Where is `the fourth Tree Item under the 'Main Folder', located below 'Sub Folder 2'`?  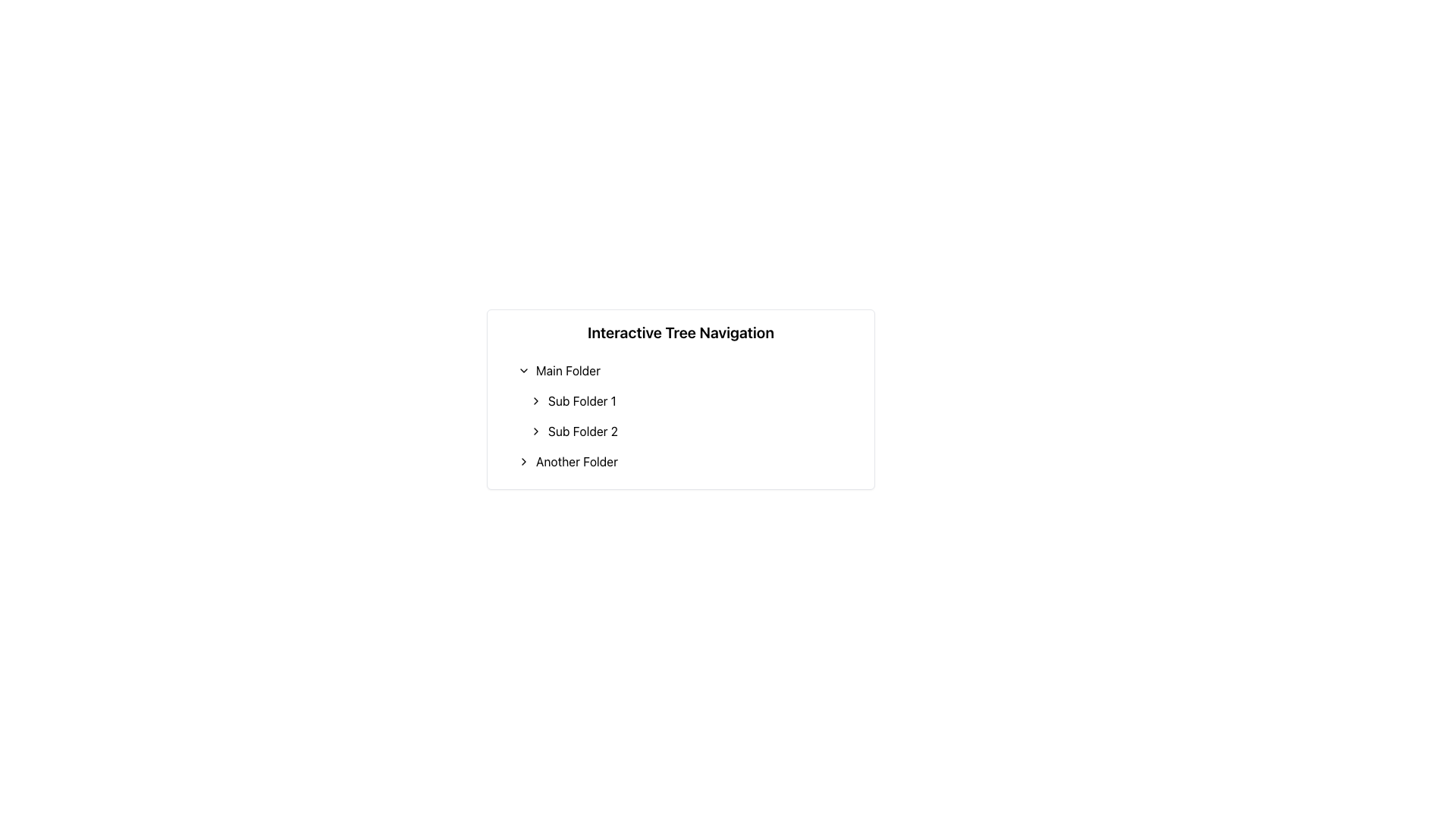
the fourth Tree Item under the 'Main Folder', located below 'Sub Folder 2' is located at coordinates (686, 461).